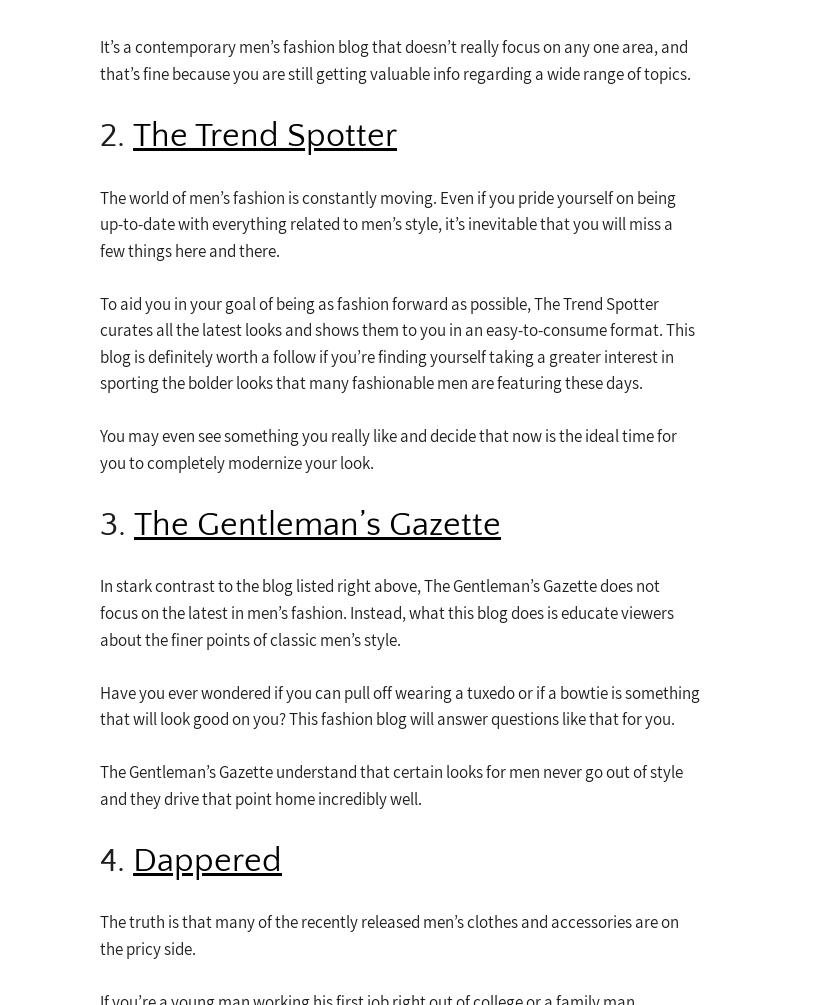 The height and width of the screenshot is (1005, 820). I want to click on 'The Gentleman’s Gazette understand that certain looks for men never go out of style and they drive that point home incredibly well.', so click(391, 785).